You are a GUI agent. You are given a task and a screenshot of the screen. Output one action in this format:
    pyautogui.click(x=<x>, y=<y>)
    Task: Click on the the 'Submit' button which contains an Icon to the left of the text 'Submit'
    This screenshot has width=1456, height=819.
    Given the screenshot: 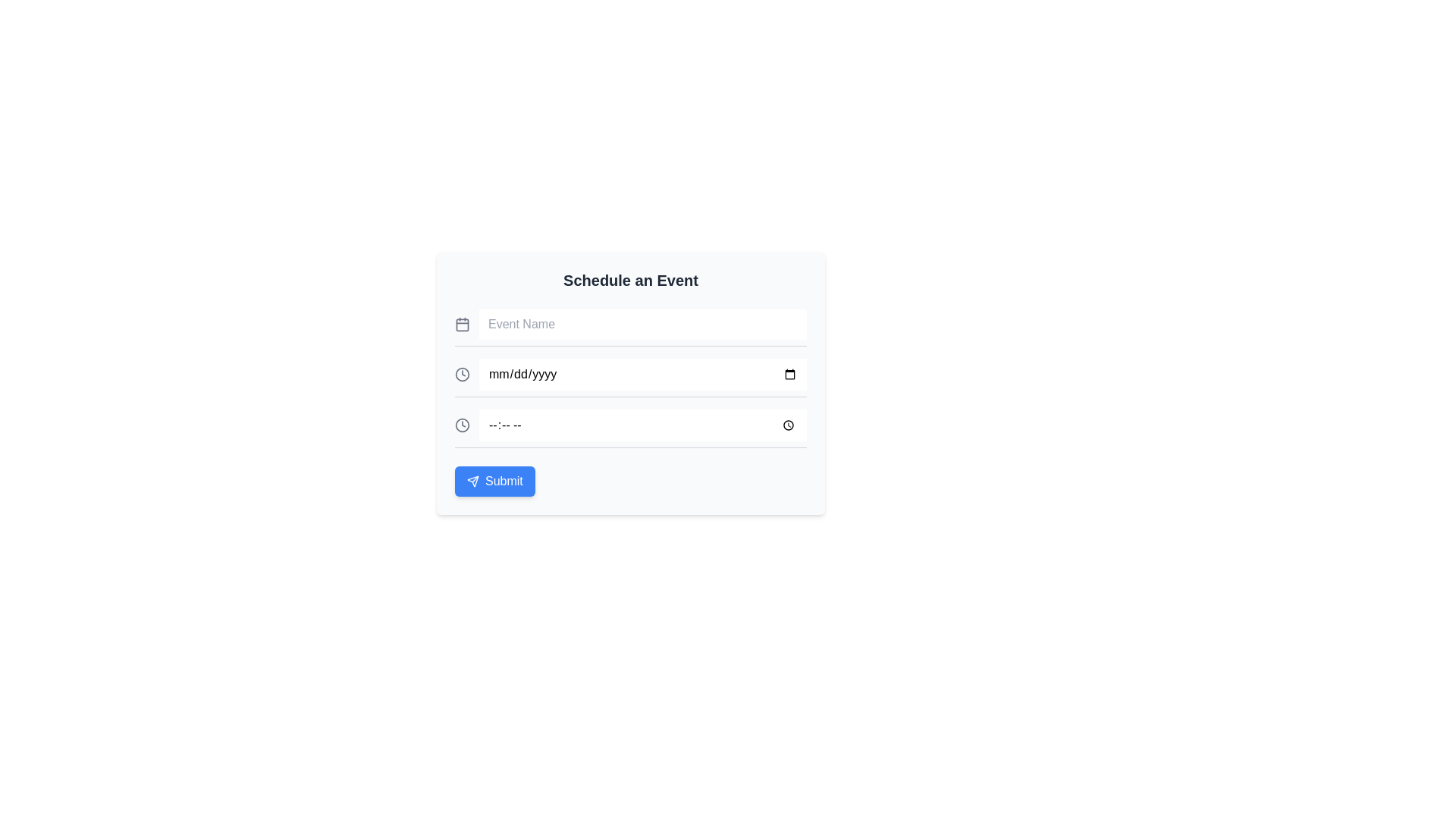 What is the action you would take?
    pyautogui.click(x=472, y=482)
    